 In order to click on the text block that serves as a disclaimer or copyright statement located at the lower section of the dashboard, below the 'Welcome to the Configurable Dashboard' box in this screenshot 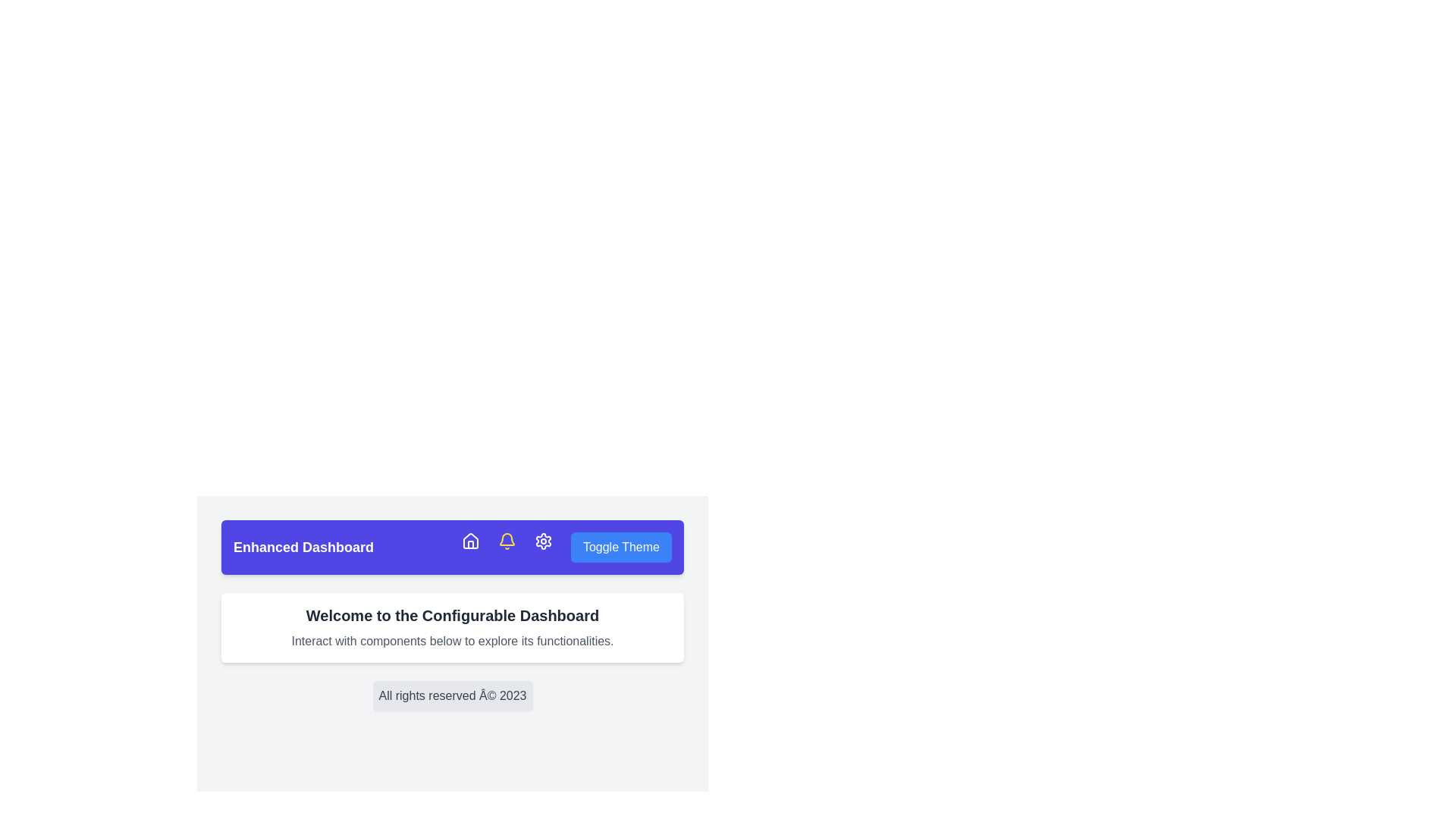, I will do `click(451, 696)`.